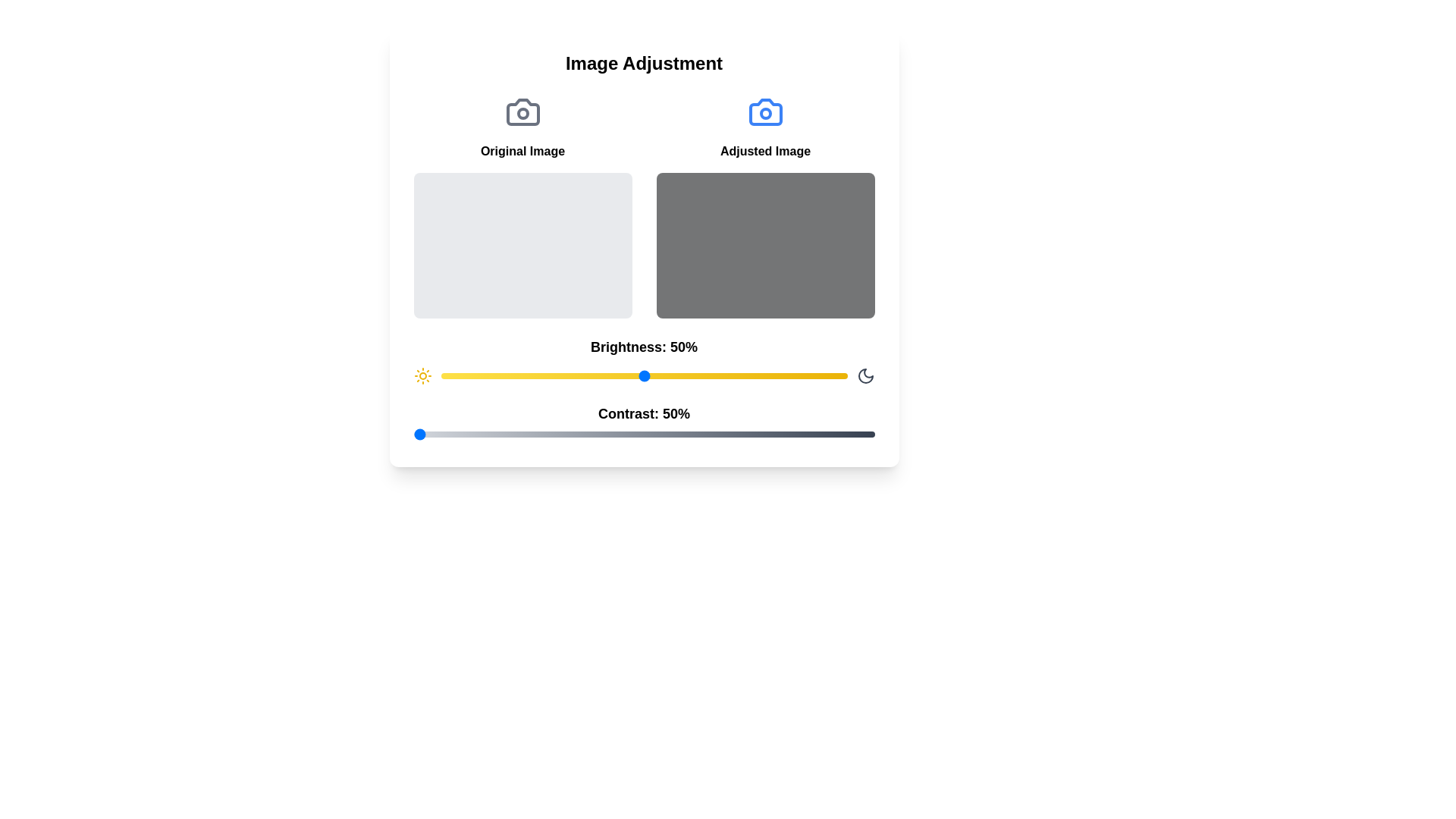 This screenshot has width=1456, height=819. Describe the element at coordinates (684, 375) in the screenshot. I see `the slider value` at that location.